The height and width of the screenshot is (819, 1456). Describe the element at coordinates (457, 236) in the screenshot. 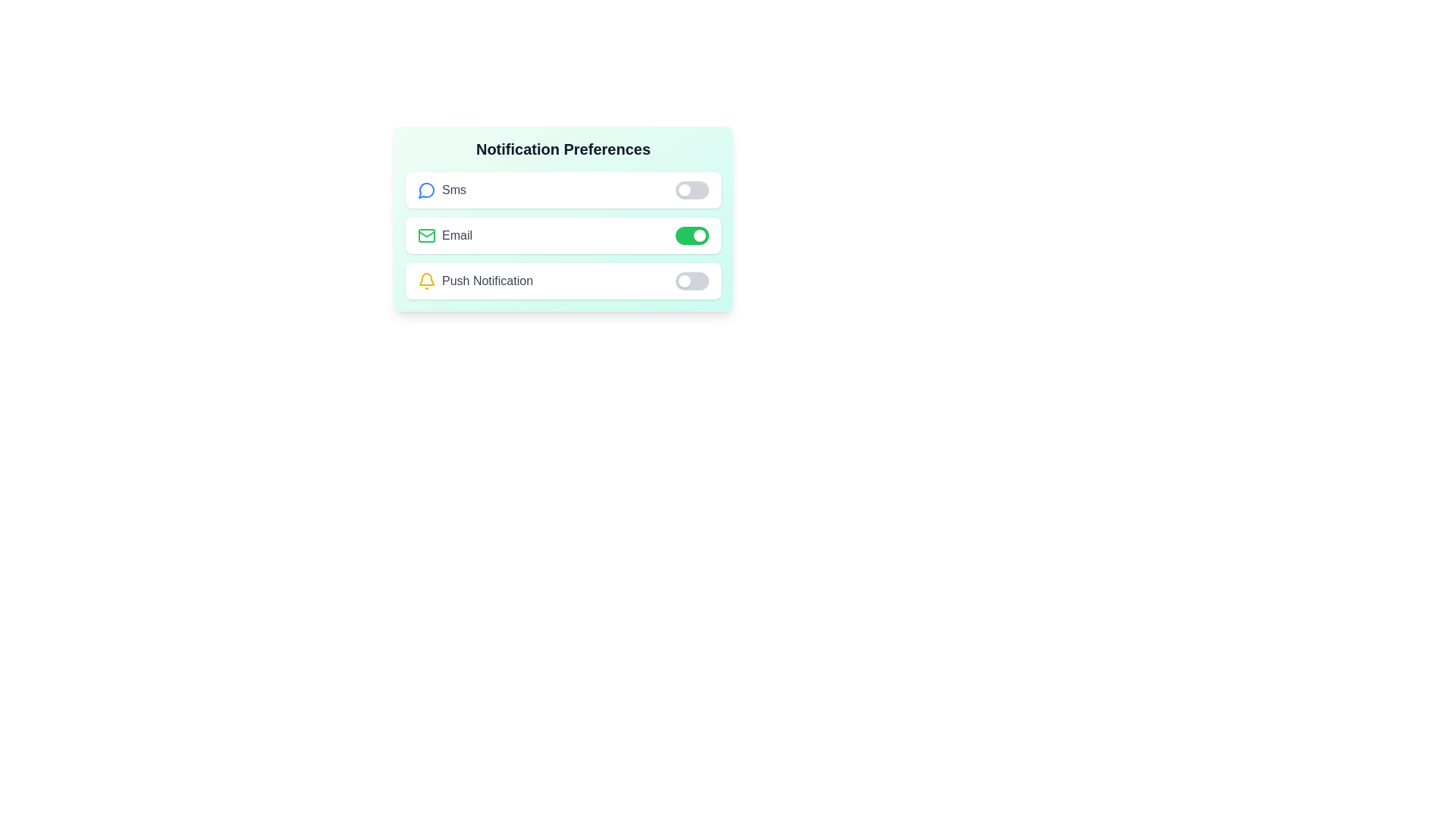

I see `the 'Email' text label element, which is displayed in a medium-sized, gray-colored, capitalized font, located centrally within the 'Notification Preferences' panel beside an email icon` at that location.